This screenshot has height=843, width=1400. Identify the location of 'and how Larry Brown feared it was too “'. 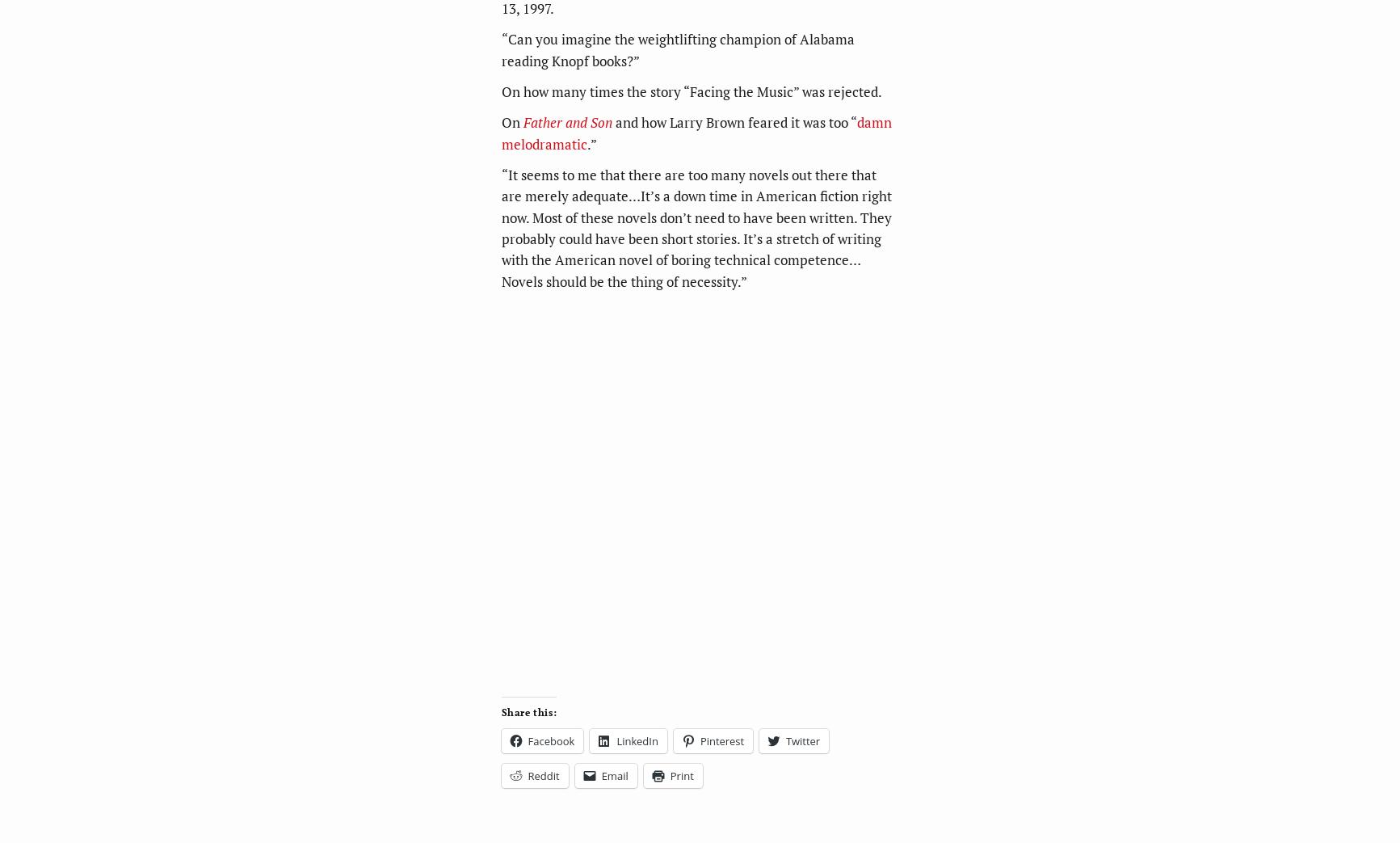
(733, 121).